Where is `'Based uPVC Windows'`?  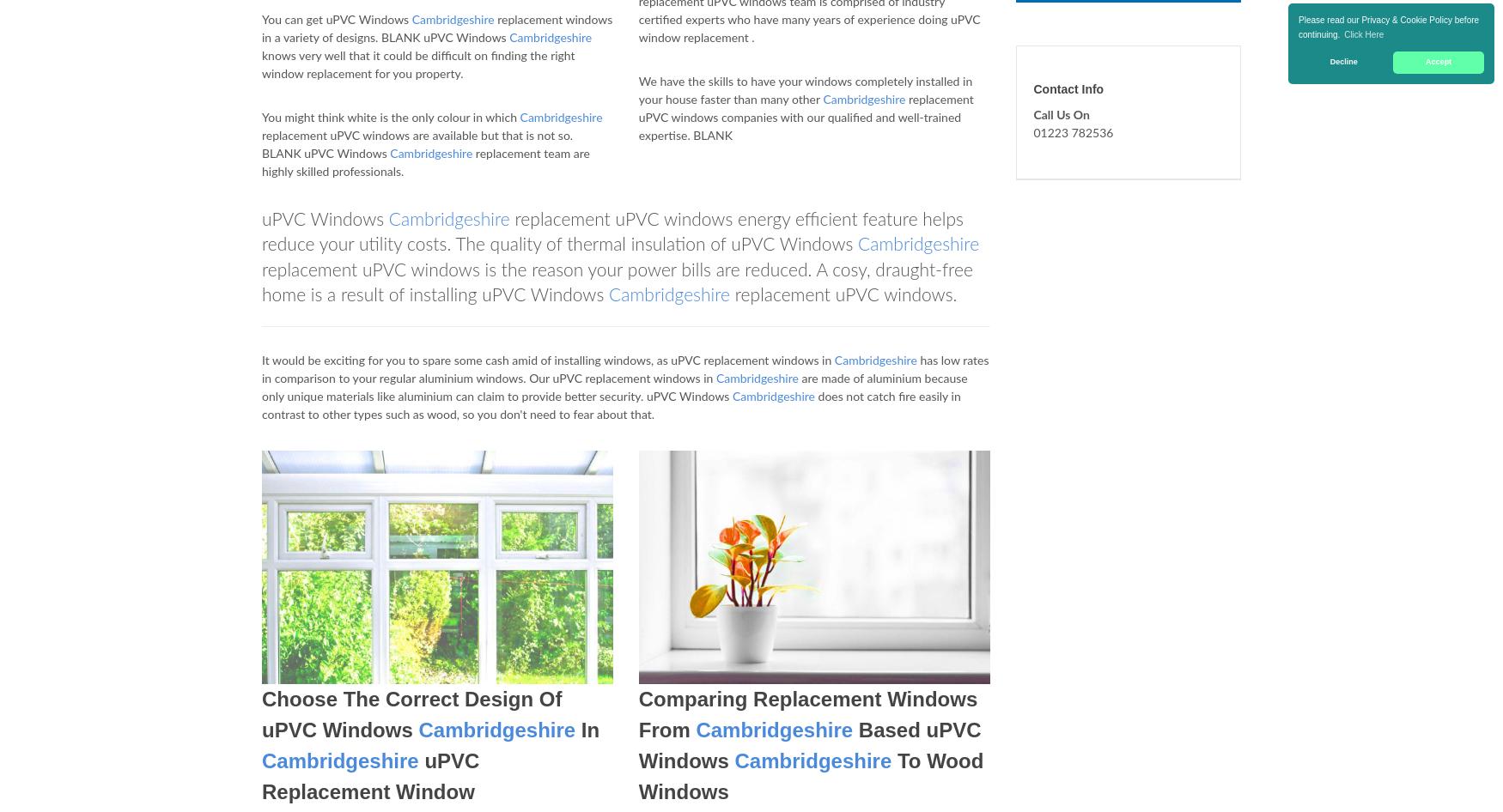
'Based uPVC Windows' is located at coordinates (809, 744).